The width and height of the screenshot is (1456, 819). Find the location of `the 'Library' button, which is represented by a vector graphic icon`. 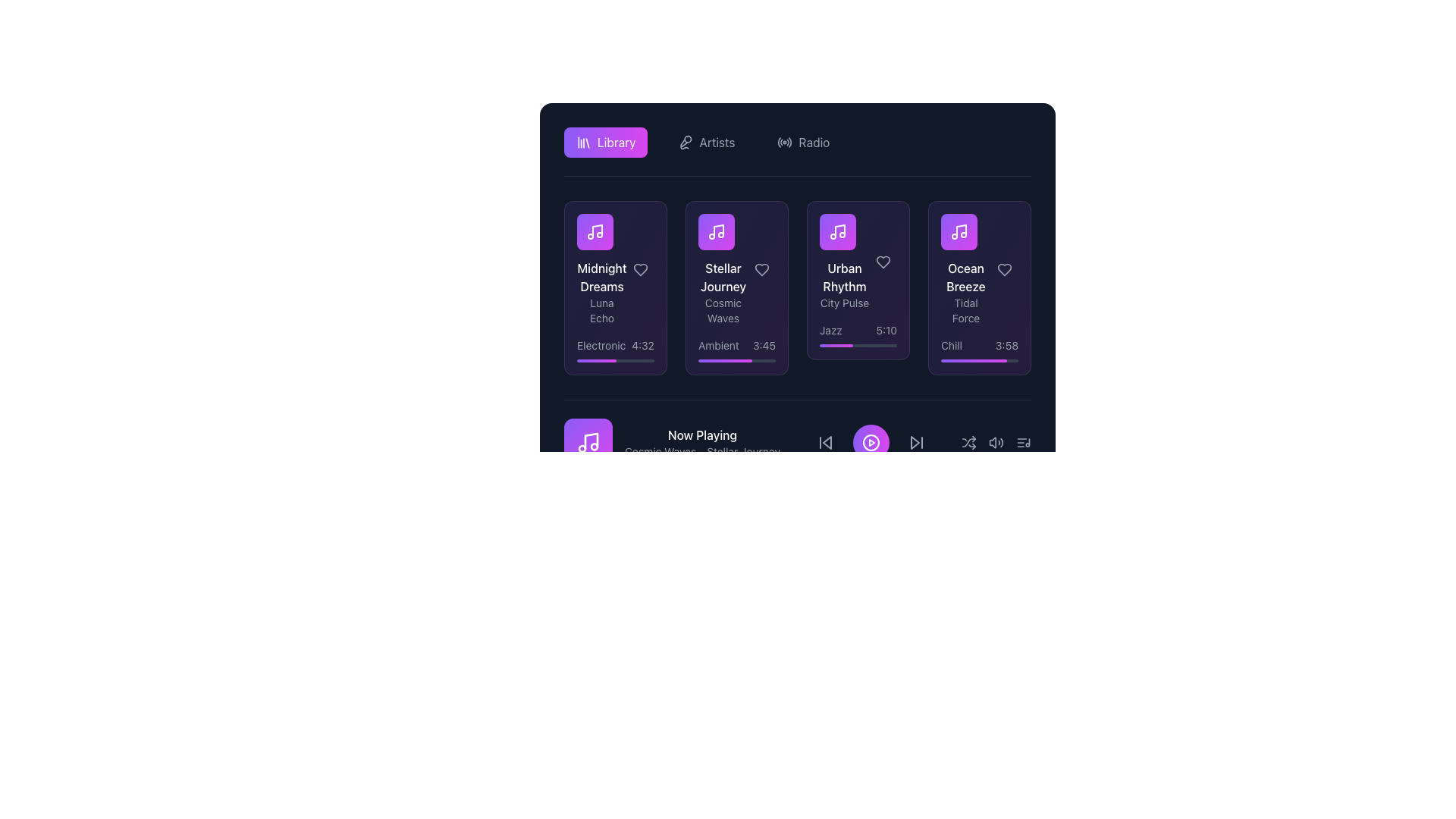

the 'Library' button, which is represented by a vector graphic icon is located at coordinates (582, 143).